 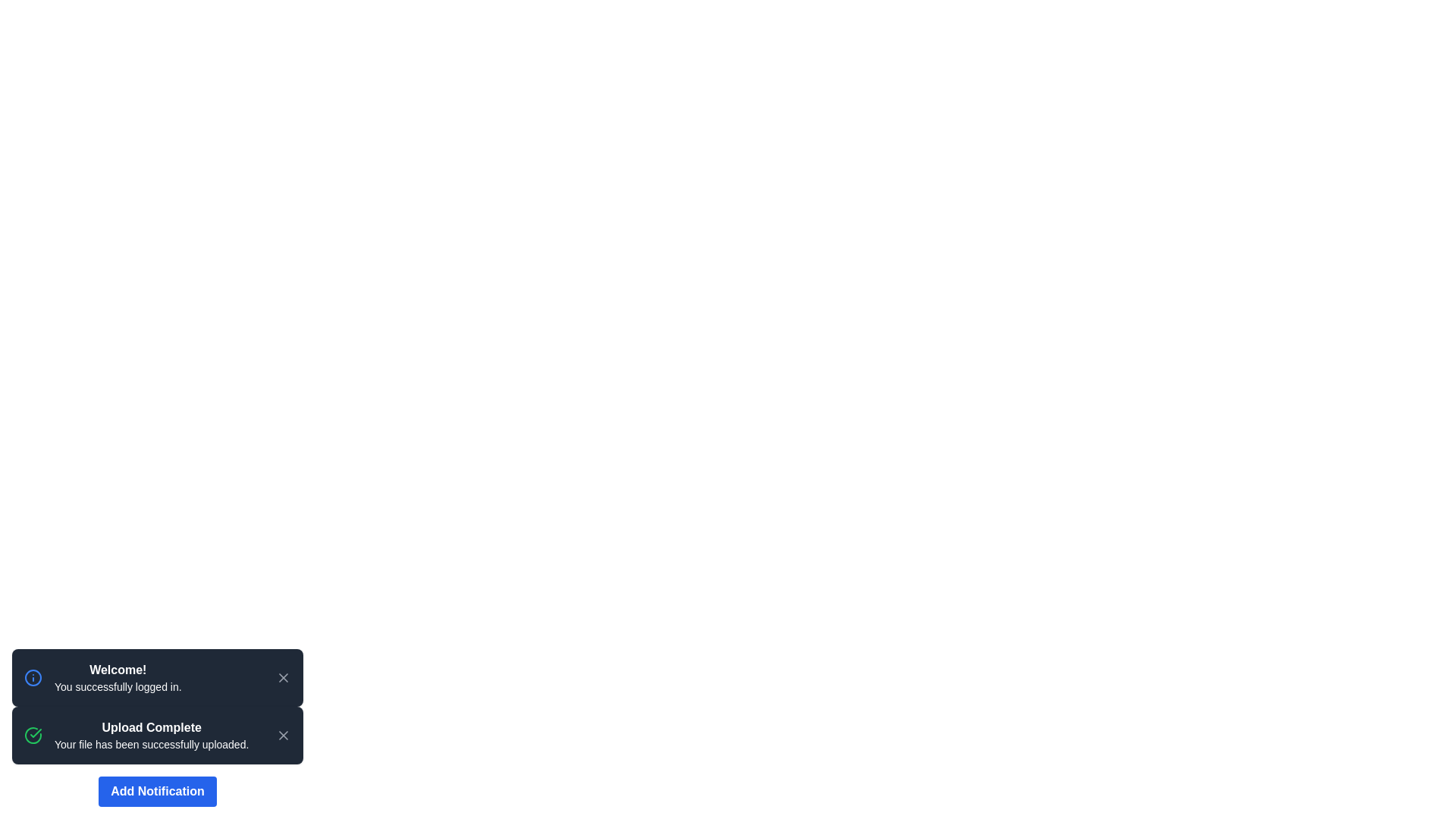 What do you see at coordinates (33, 677) in the screenshot?
I see `the blue circular icon with a white center located in the middle of the notification window titled 'Welcome!'` at bounding box center [33, 677].